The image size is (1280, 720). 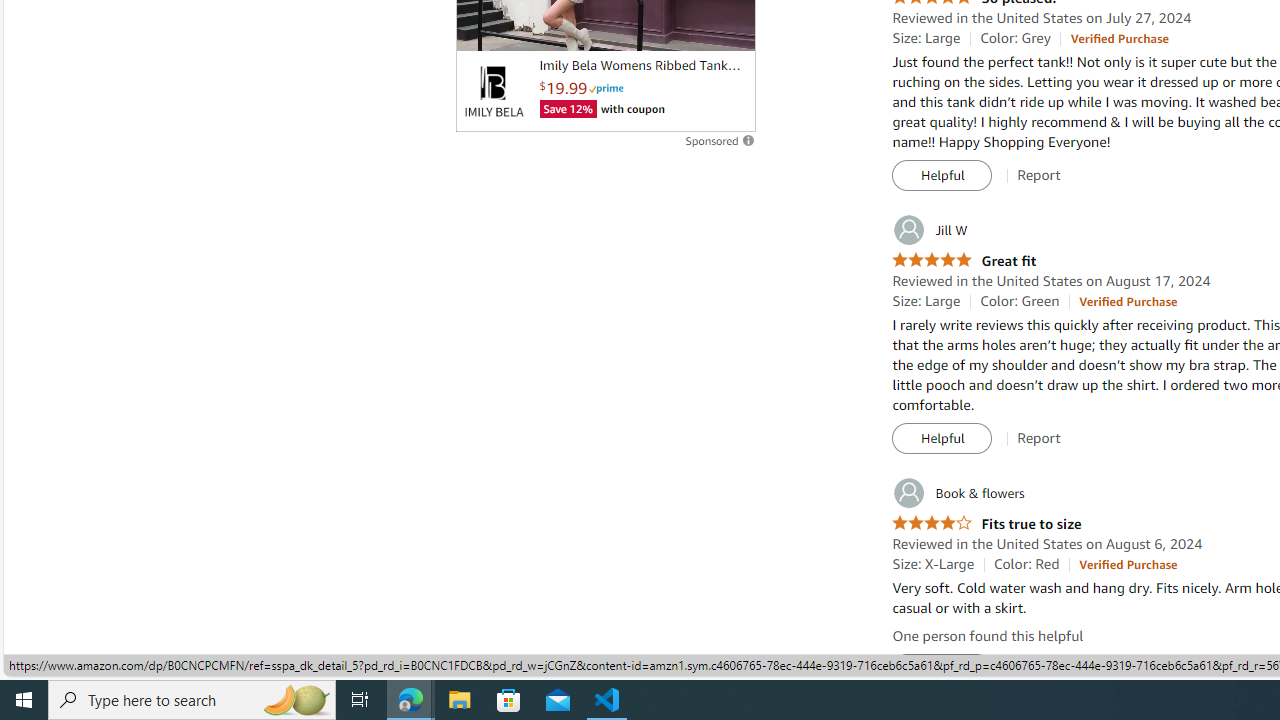 What do you see at coordinates (928, 229) in the screenshot?
I see `'Jill W'` at bounding box center [928, 229].